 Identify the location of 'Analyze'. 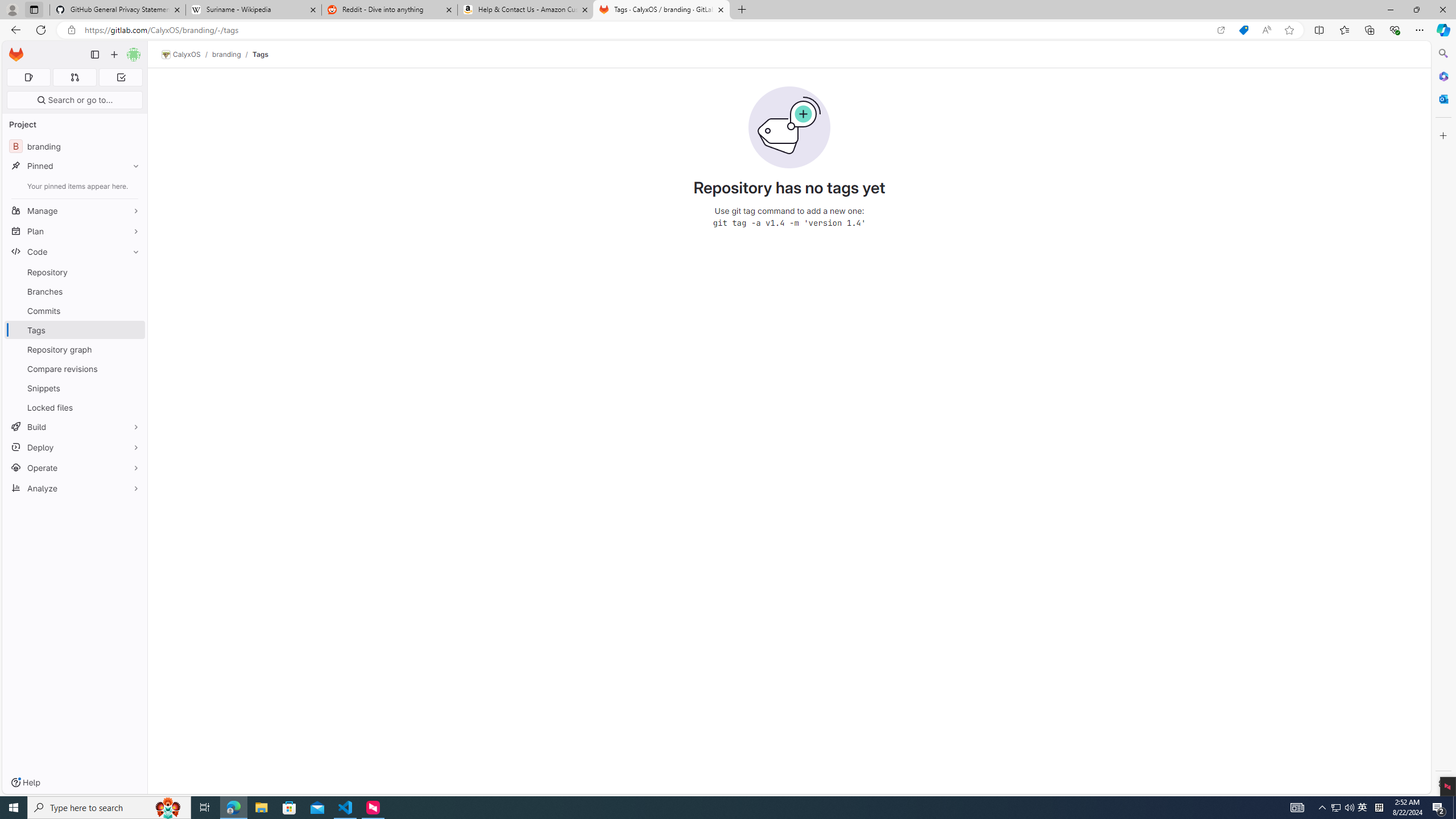
(74, 487).